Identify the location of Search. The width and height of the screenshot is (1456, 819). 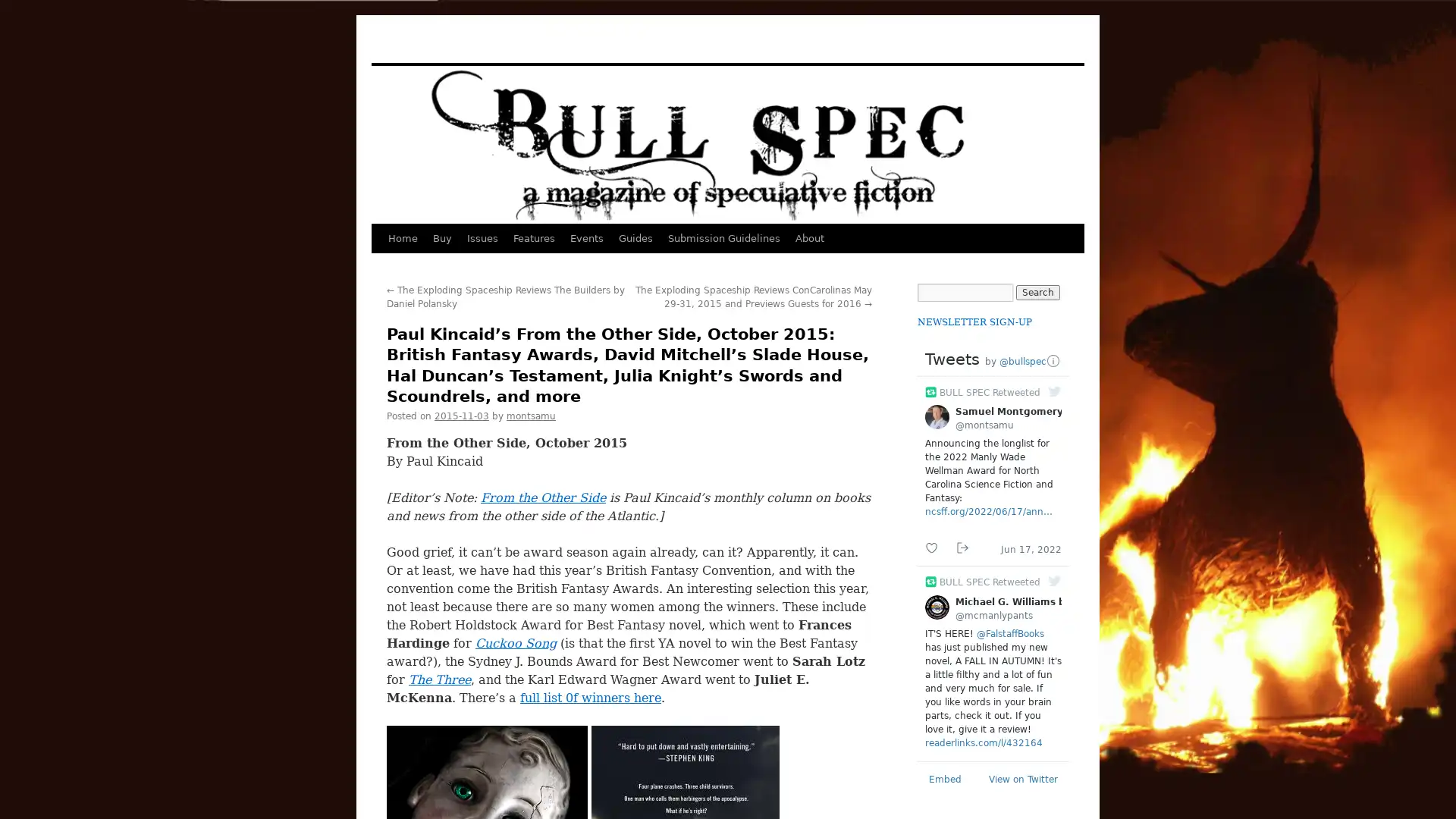
(1037, 292).